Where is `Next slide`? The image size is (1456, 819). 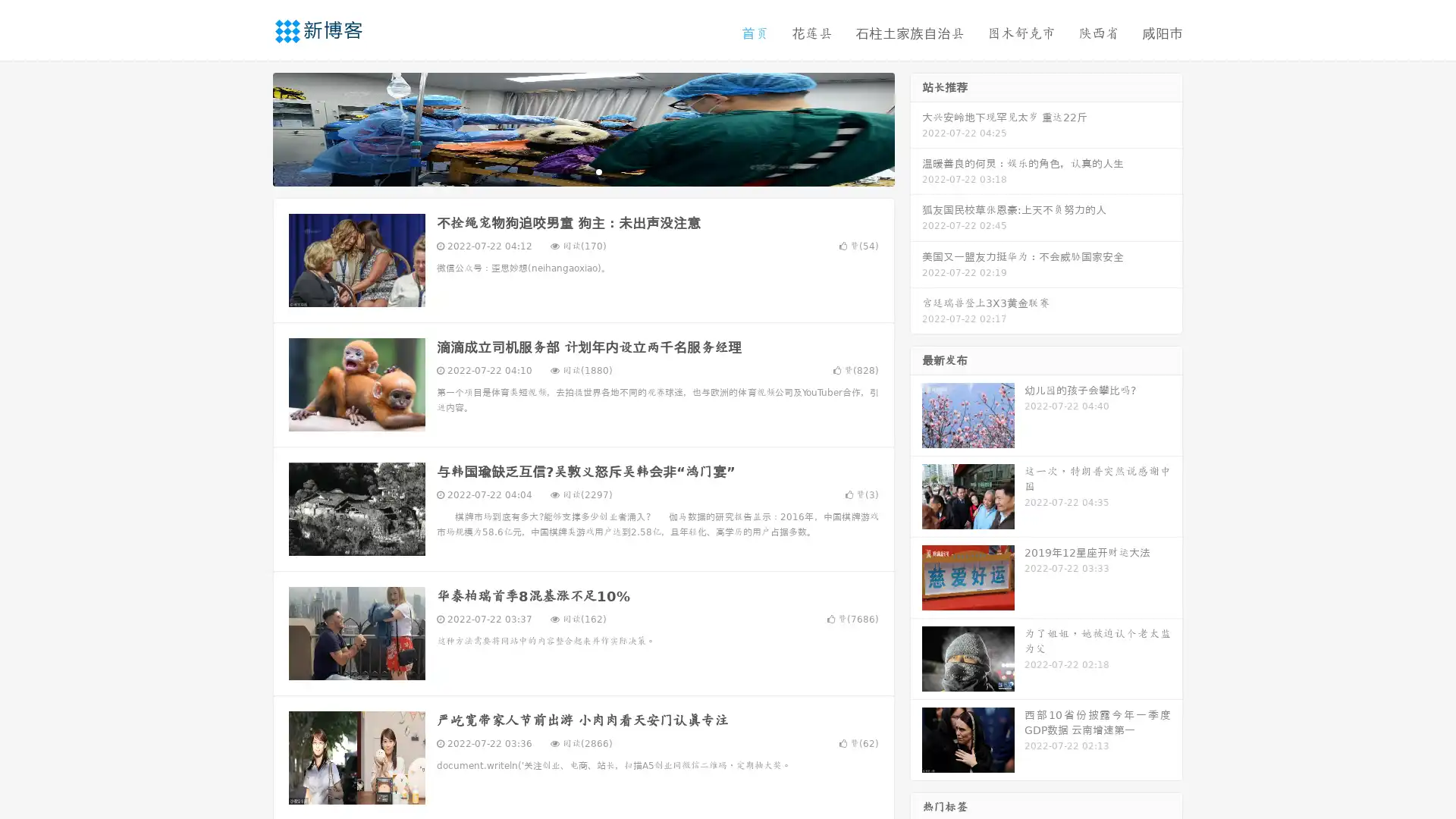
Next slide is located at coordinates (916, 127).